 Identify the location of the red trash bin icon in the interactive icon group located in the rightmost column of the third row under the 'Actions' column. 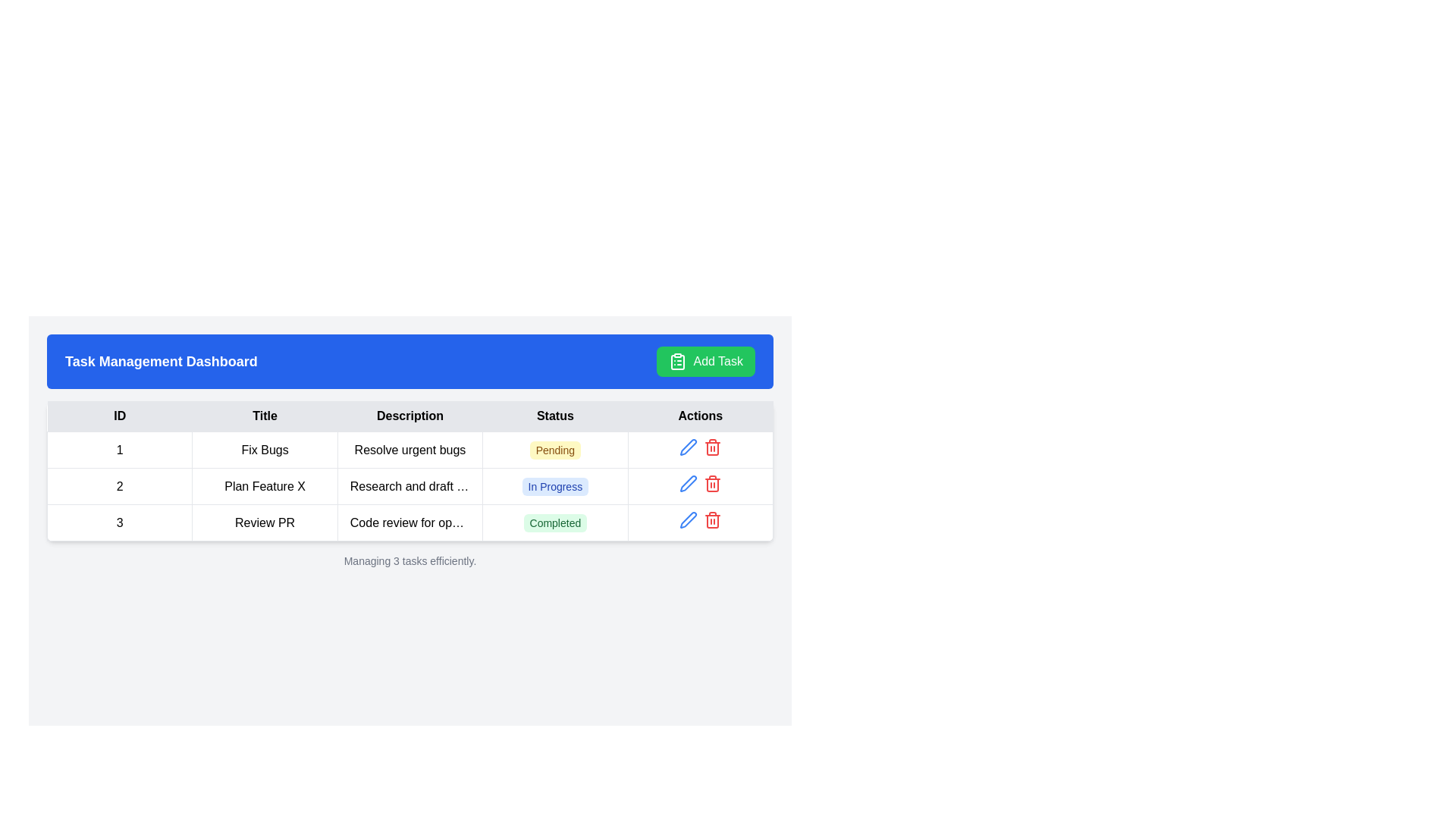
(699, 522).